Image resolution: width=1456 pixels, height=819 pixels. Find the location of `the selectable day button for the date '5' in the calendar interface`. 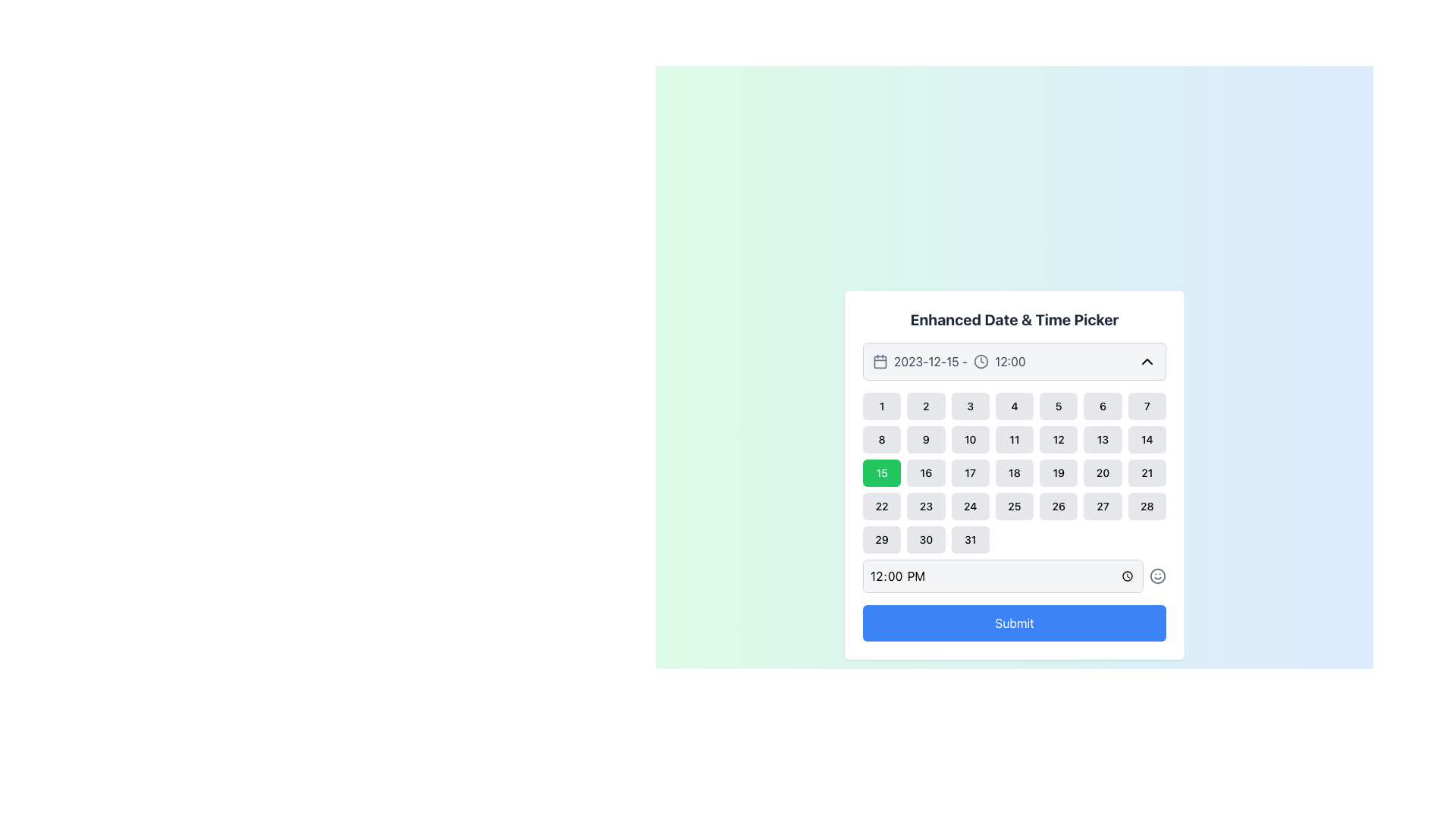

the selectable day button for the date '5' in the calendar interface is located at coordinates (1058, 406).